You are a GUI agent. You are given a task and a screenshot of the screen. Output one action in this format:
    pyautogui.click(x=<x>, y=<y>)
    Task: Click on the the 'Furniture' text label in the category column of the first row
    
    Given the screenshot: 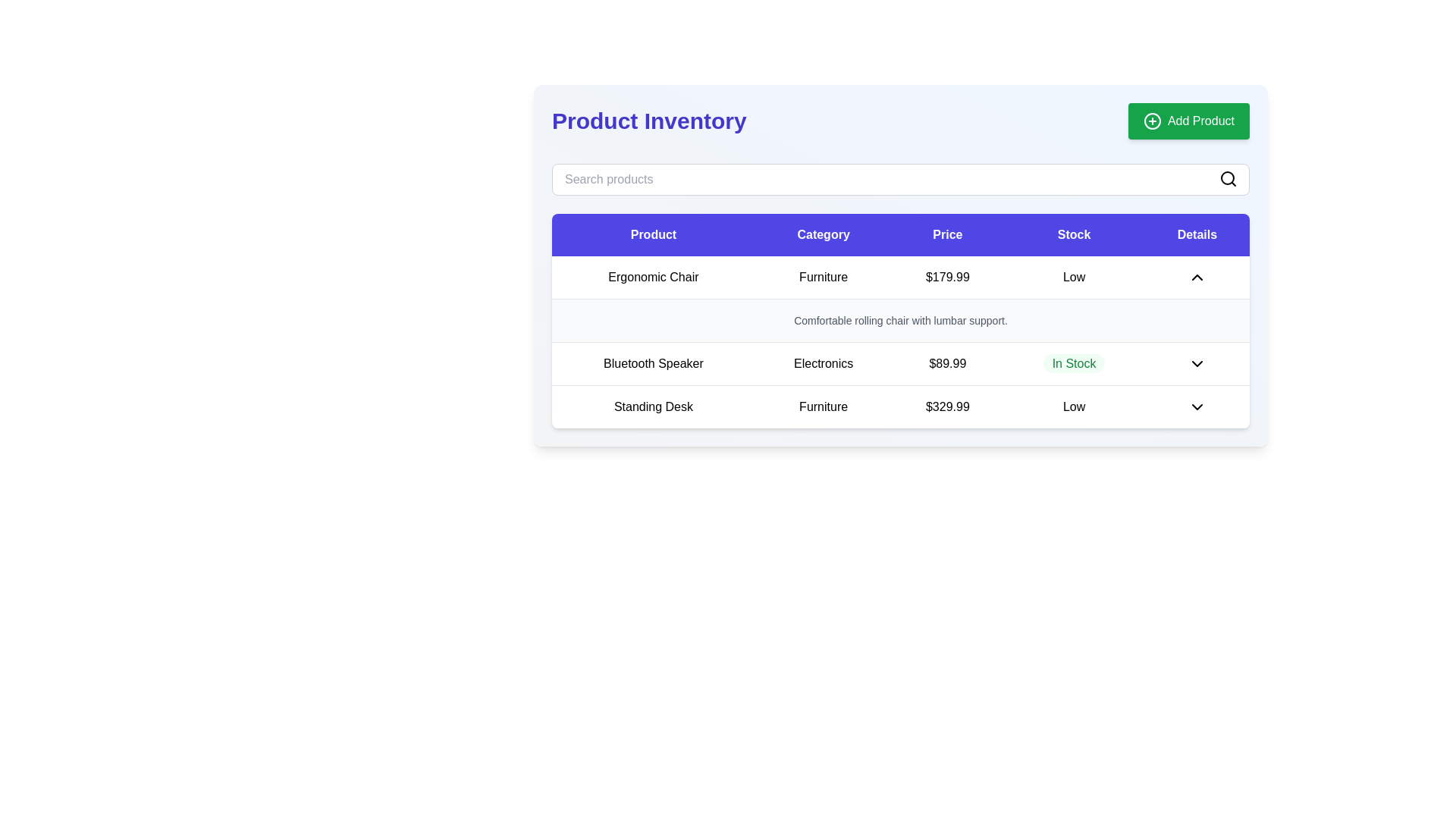 What is the action you would take?
    pyautogui.click(x=823, y=278)
    